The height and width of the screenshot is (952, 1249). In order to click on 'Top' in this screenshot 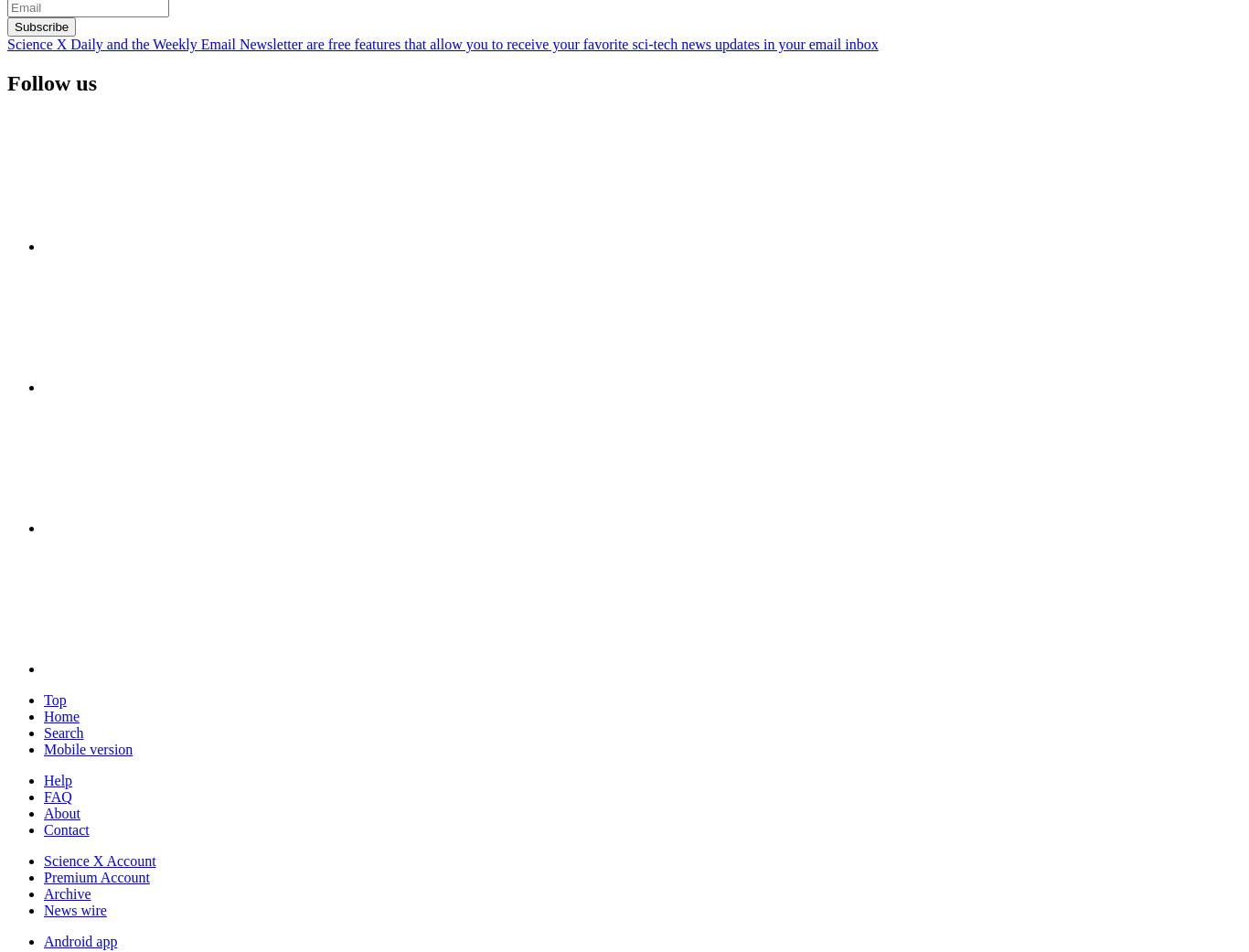, I will do `click(54, 699)`.